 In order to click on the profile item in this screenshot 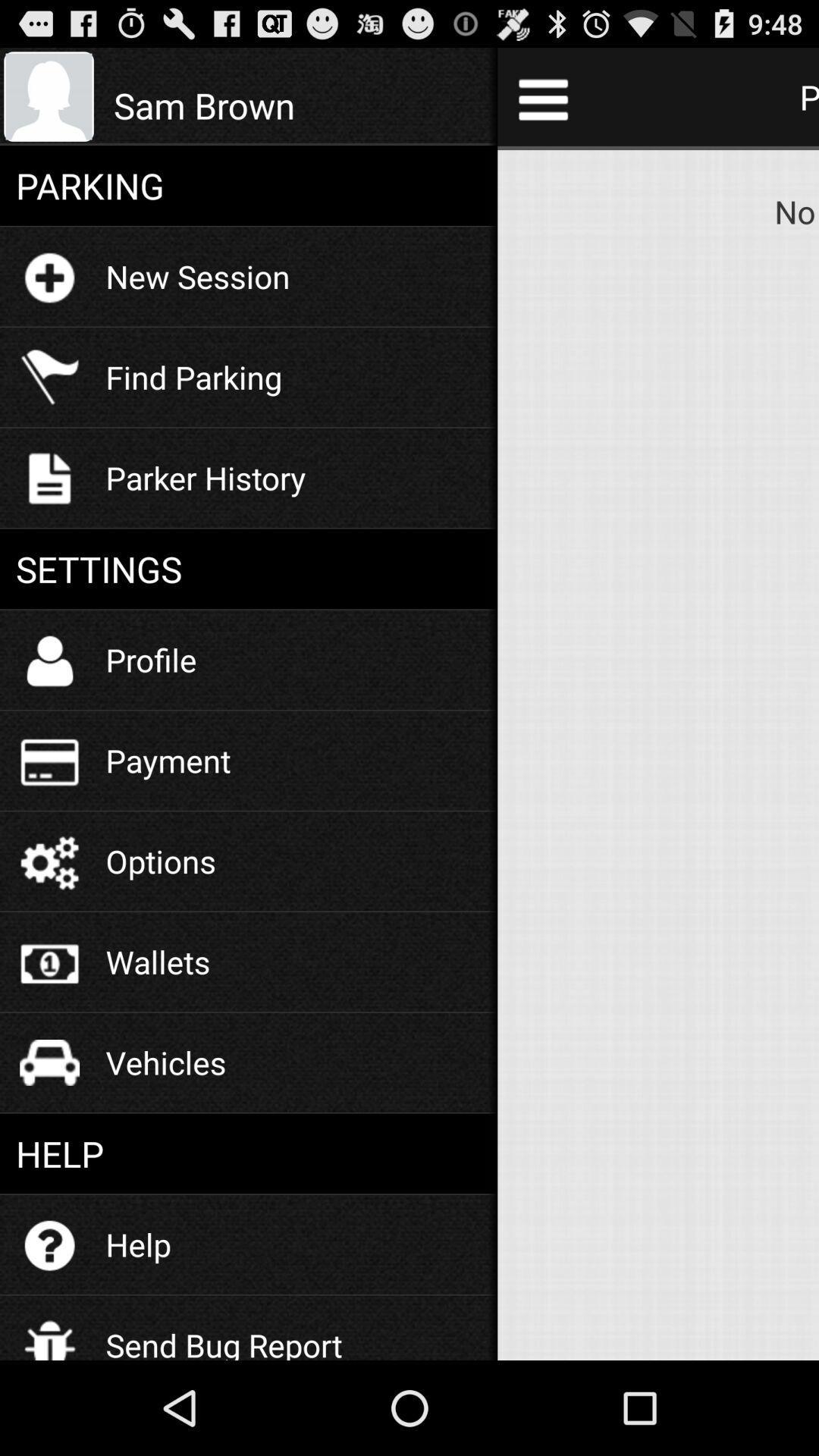, I will do `click(151, 659)`.